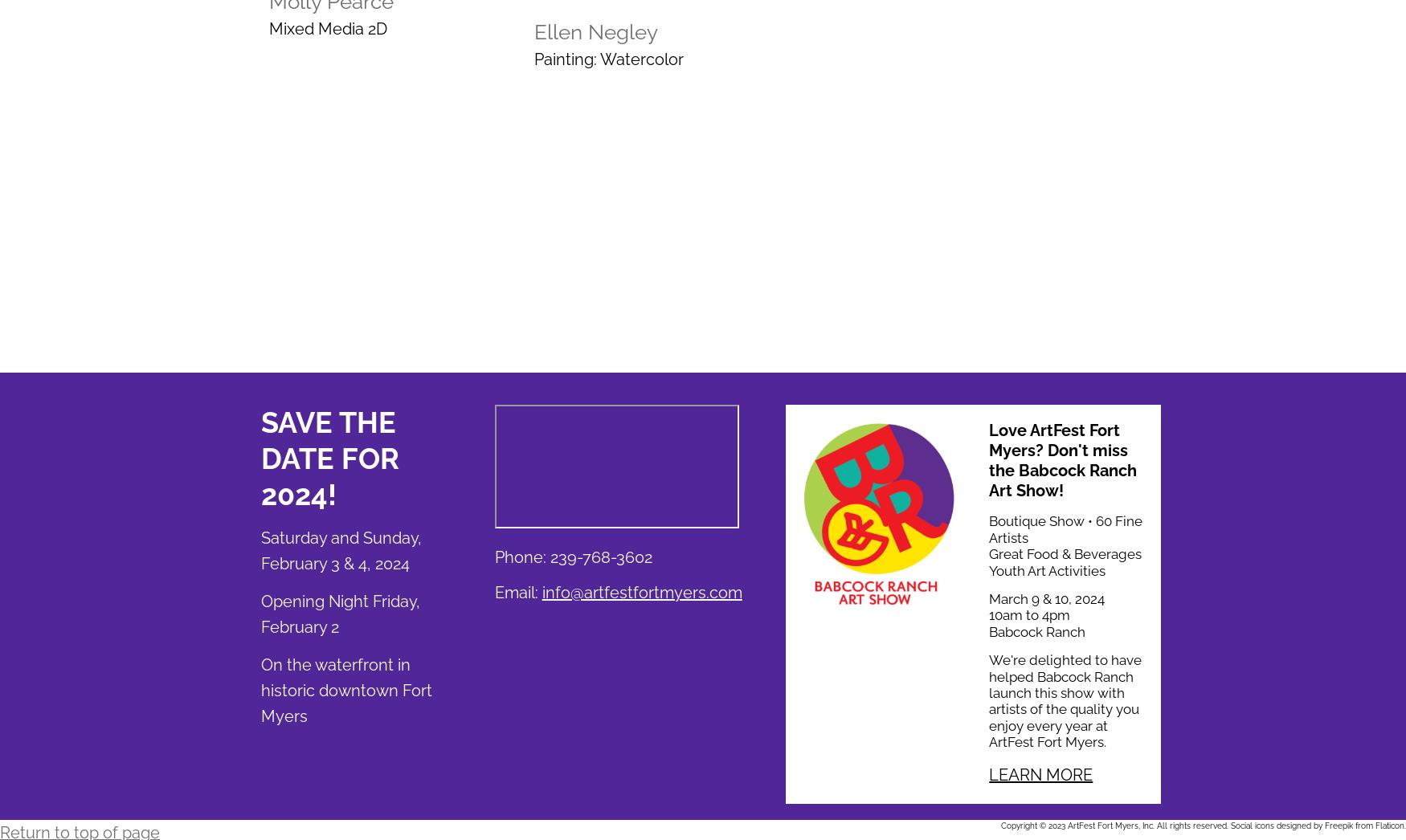  I want to click on 'LEARN MORE', so click(988, 774).